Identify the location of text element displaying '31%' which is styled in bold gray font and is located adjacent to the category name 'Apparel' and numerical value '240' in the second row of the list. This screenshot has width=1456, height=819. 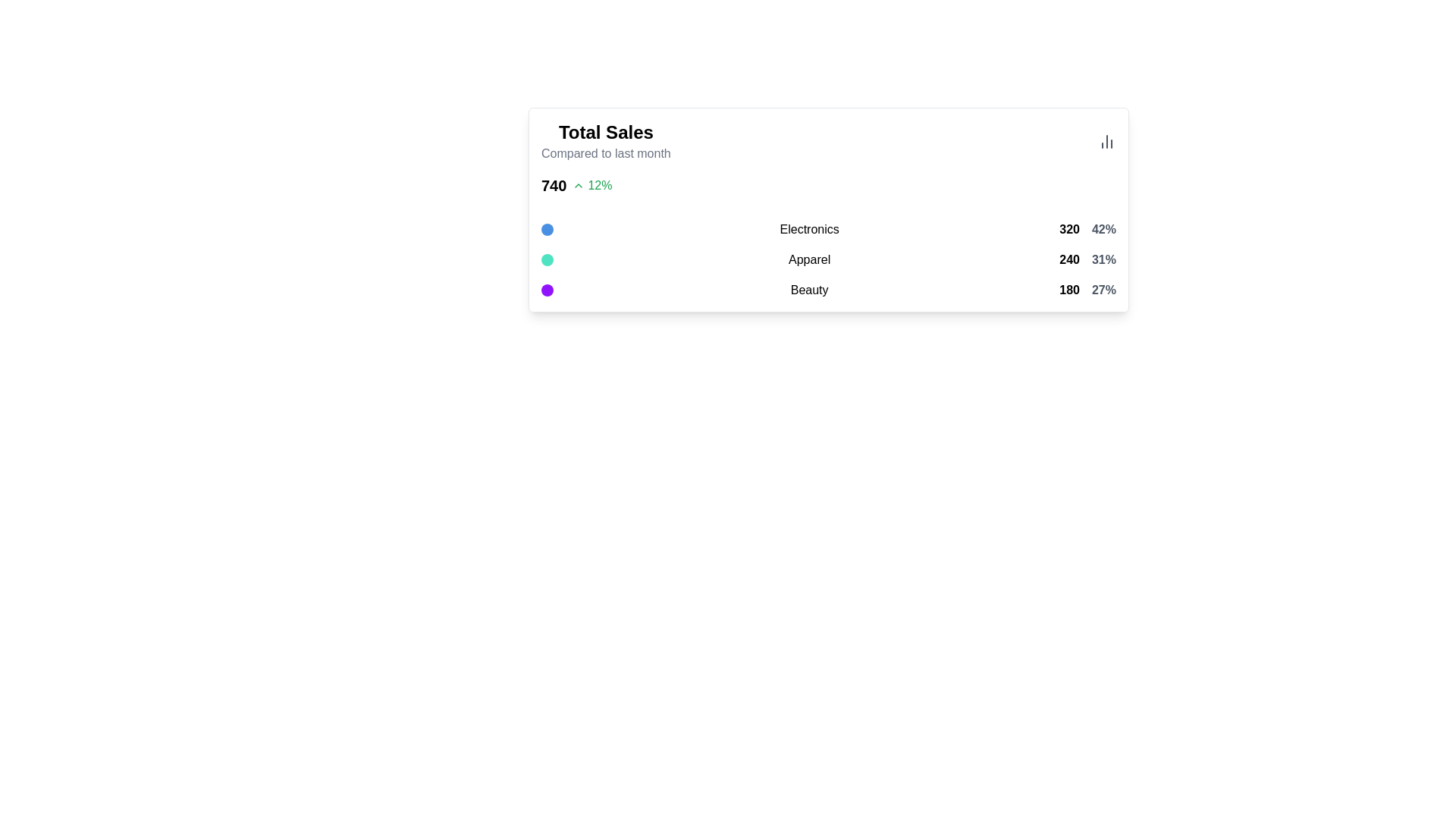
(1103, 259).